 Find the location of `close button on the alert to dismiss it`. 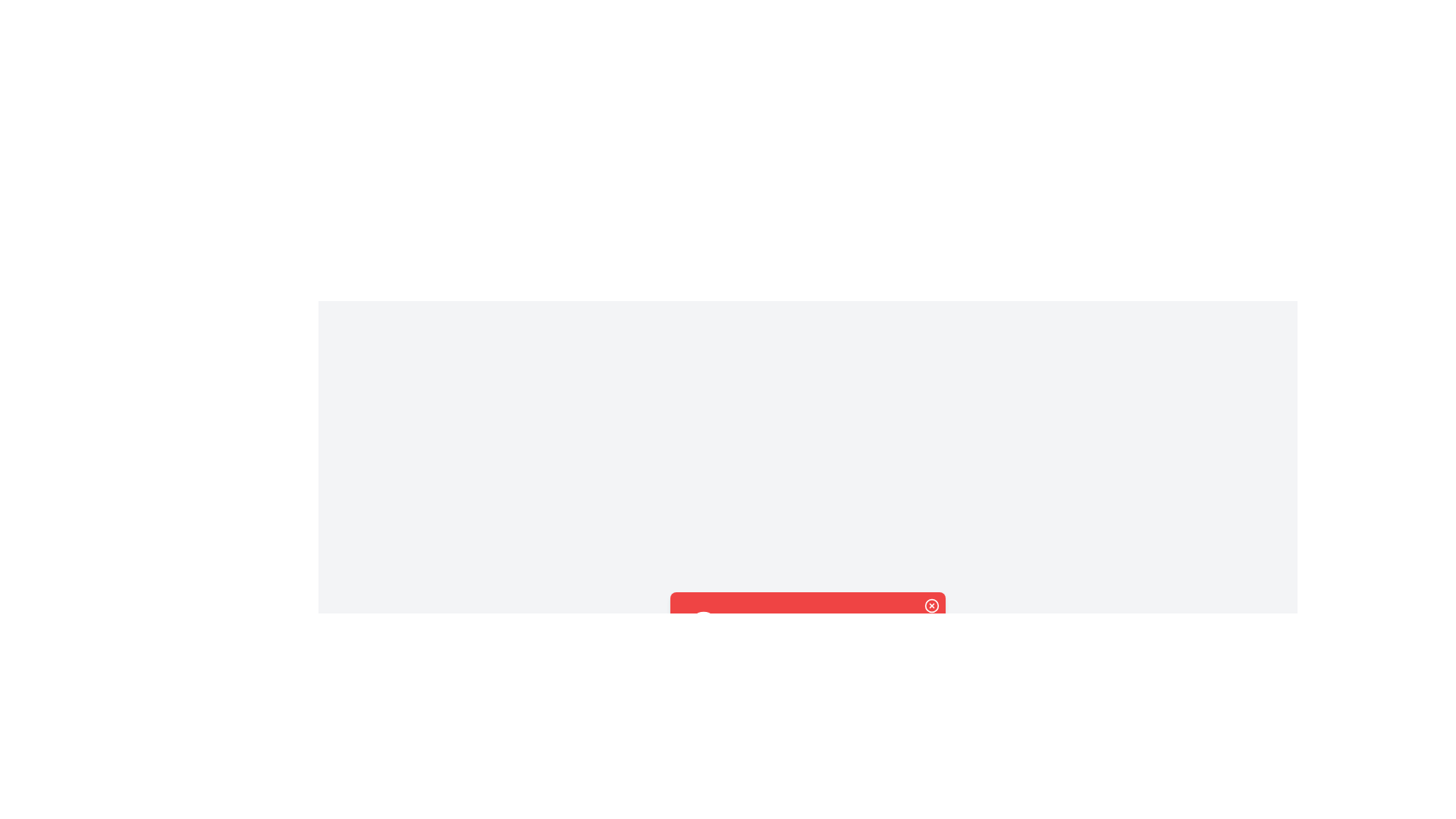

close button on the alert to dismiss it is located at coordinates (931, 604).